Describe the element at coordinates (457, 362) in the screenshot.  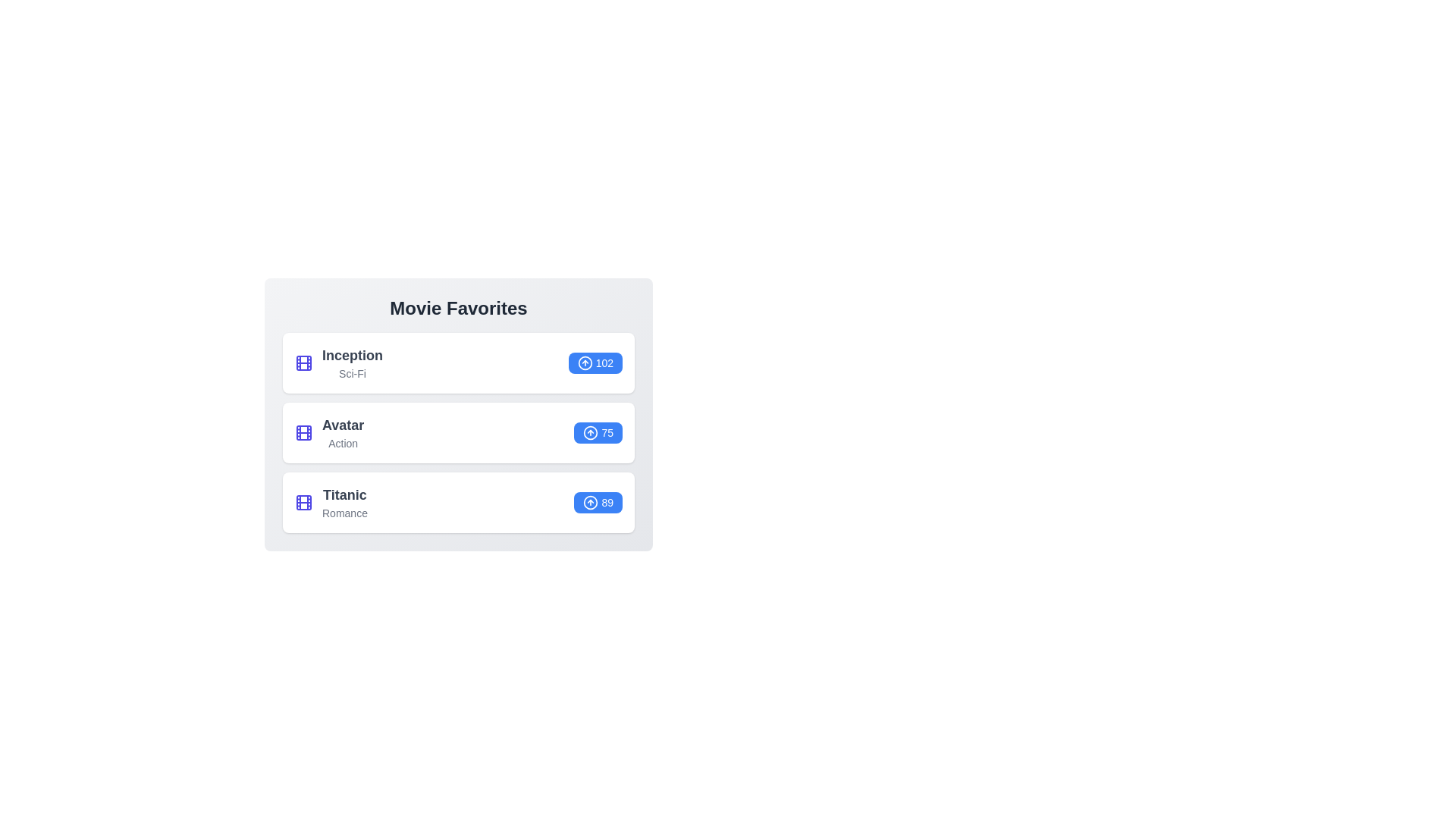
I see `the list item corresponding to Inception` at that location.